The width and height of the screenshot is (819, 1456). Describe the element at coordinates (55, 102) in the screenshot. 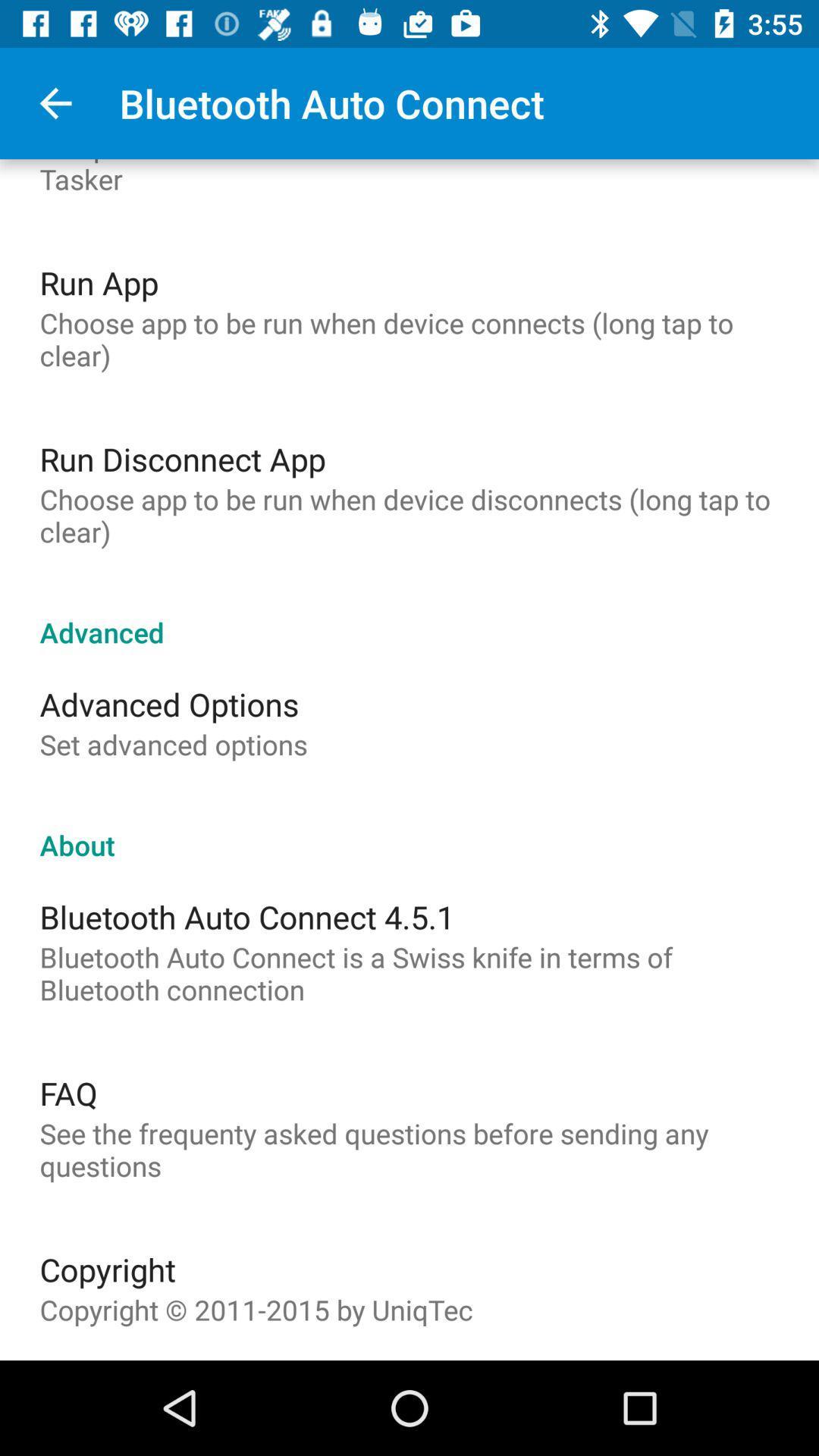

I see `the icon to the left of the bluetooth auto connect icon` at that location.